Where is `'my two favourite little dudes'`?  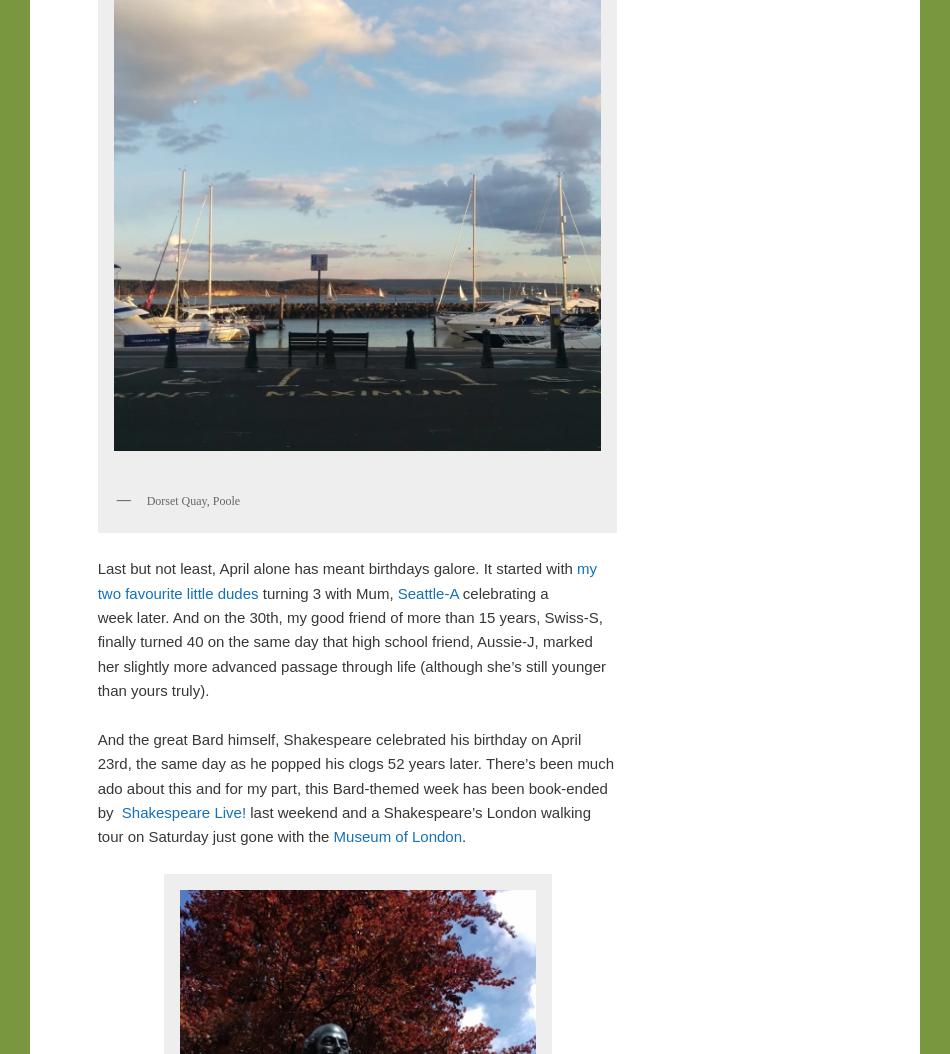 'my two favourite little dudes' is located at coordinates (346, 580).